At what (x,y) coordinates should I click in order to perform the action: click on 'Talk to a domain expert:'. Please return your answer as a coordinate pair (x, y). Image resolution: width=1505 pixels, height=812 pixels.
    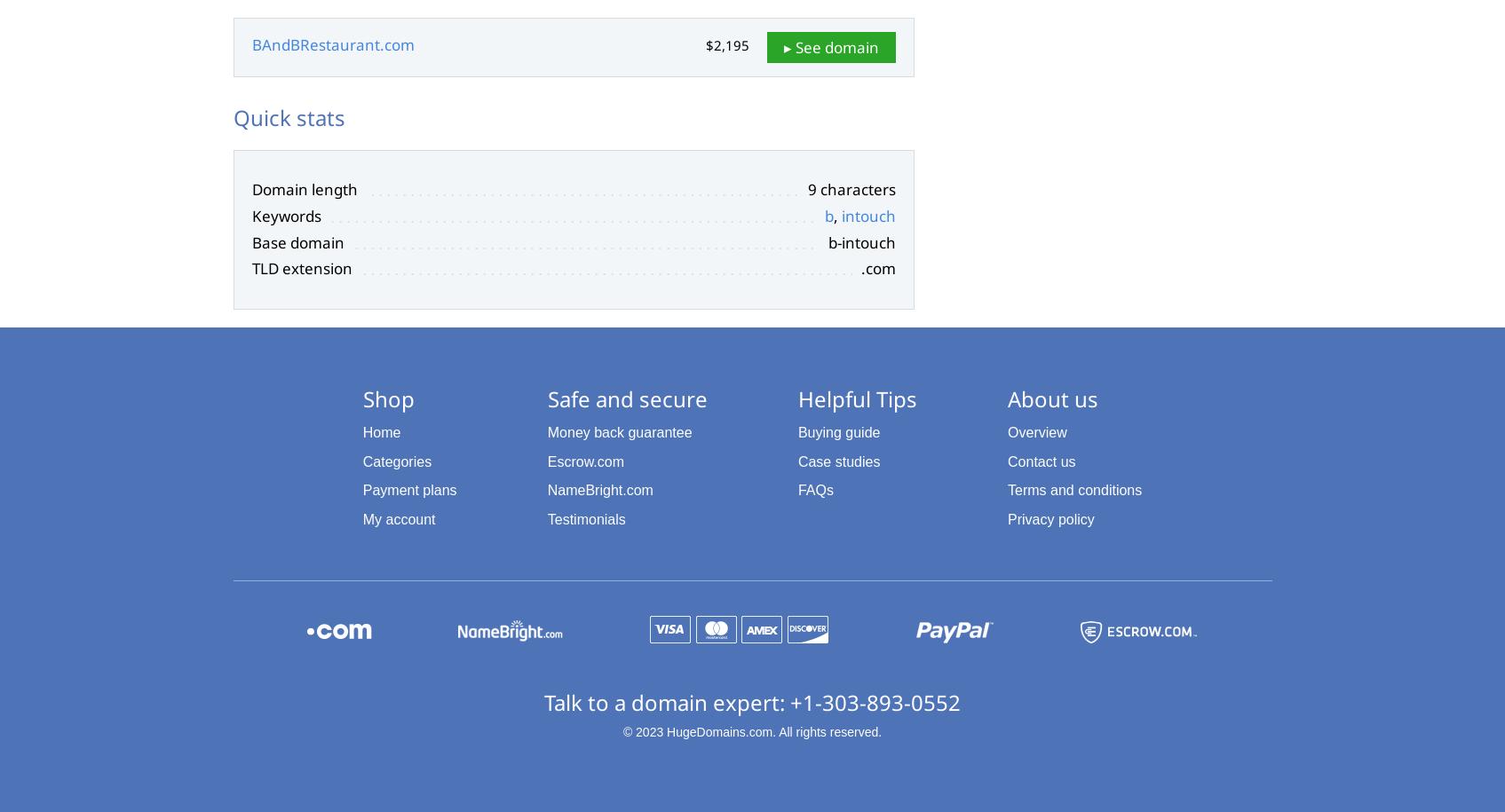
    Looking at the image, I should click on (666, 700).